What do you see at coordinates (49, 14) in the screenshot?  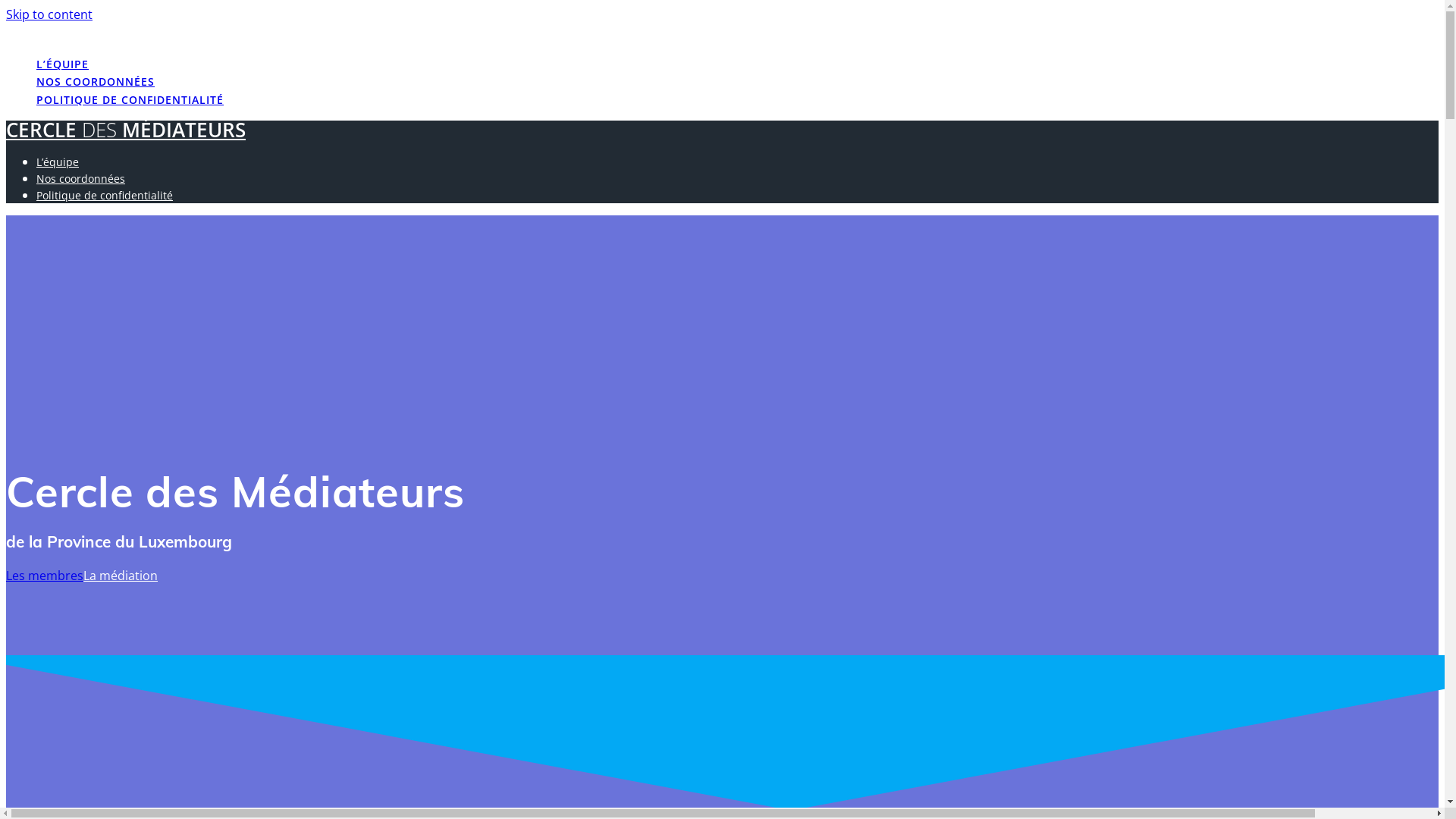 I see `'Skip to content'` at bounding box center [49, 14].